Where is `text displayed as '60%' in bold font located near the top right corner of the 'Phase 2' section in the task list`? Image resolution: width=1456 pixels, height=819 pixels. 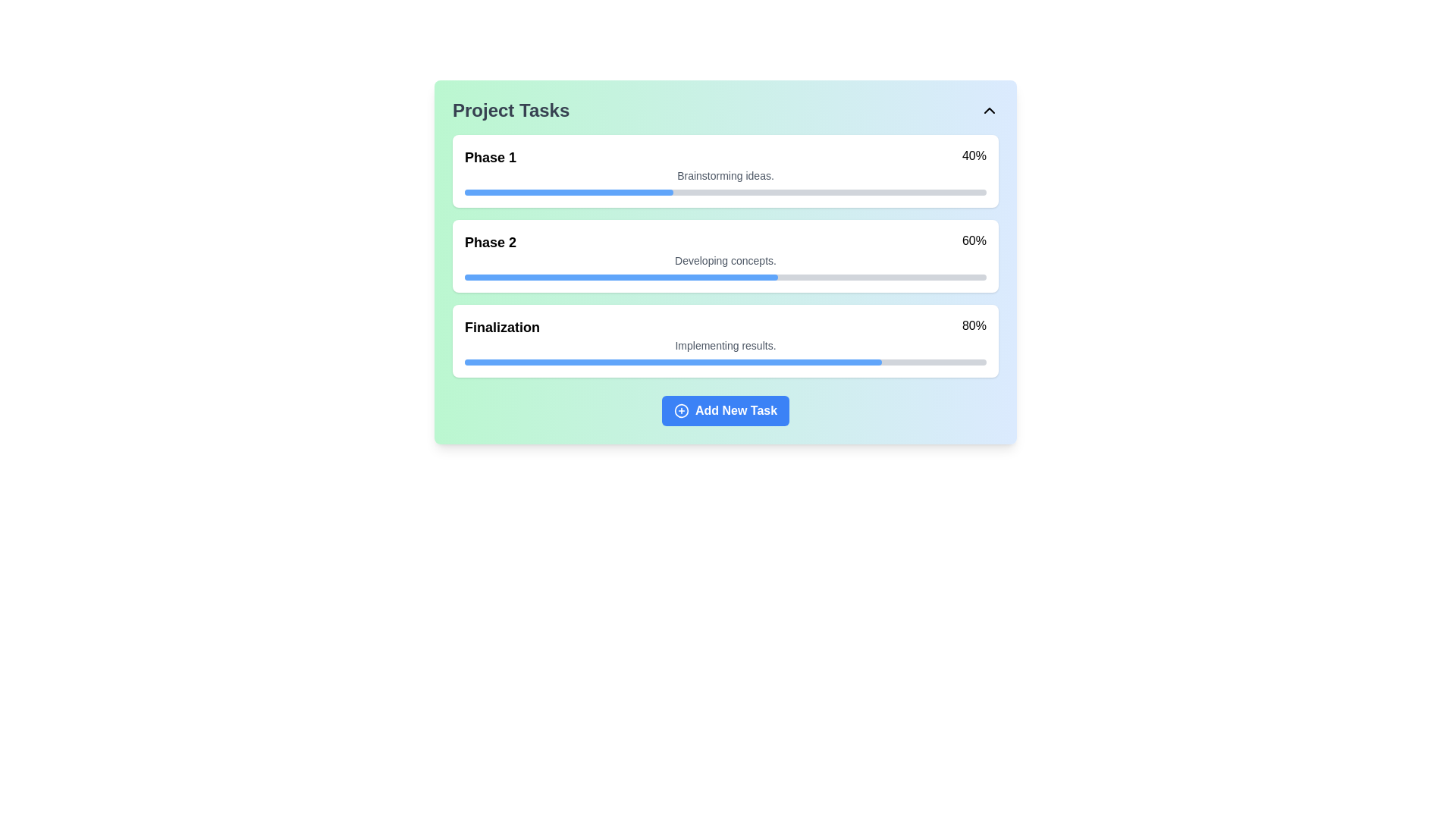
text displayed as '60%' in bold font located near the top right corner of the 'Phase 2' section in the task list is located at coordinates (974, 242).